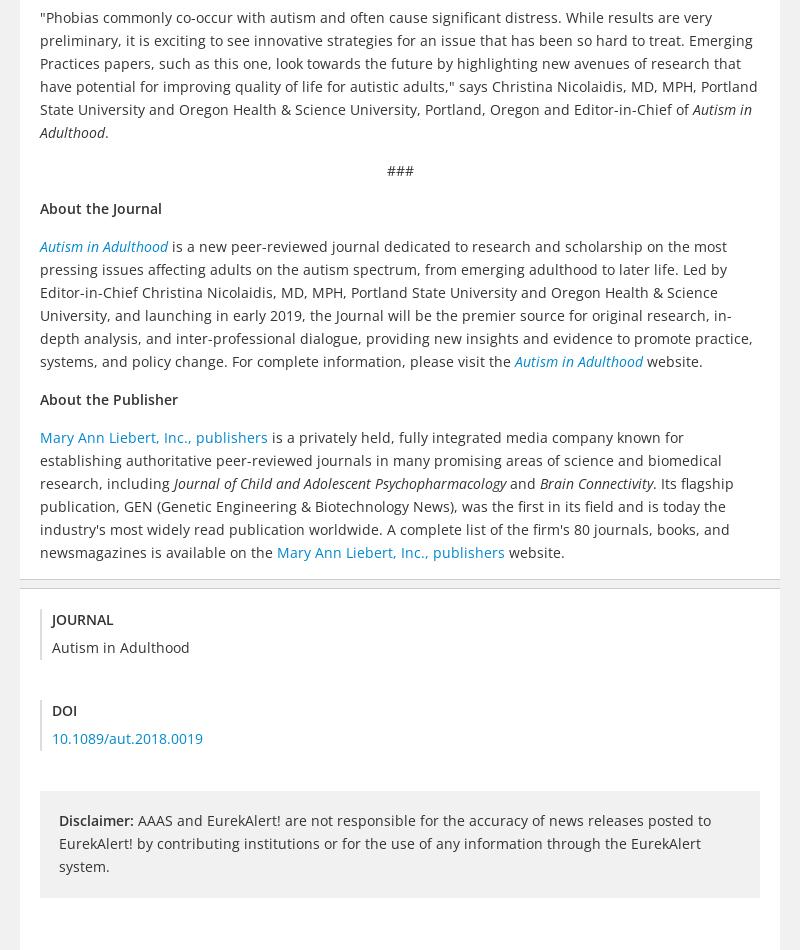 Image resolution: width=800 pixels, height=950 pixels. What do you see at coordinates (39, 516) in the screenshot?
I see `'. Its flagship publication, GEN (Genetic Engineering & Biotechnology News), was the first in its field and is today the industry's most widely read publication worldwide. A complete list of the firm's 80 journals, books, and newsmagazines is available on the'` at bounding box center [39, 516].